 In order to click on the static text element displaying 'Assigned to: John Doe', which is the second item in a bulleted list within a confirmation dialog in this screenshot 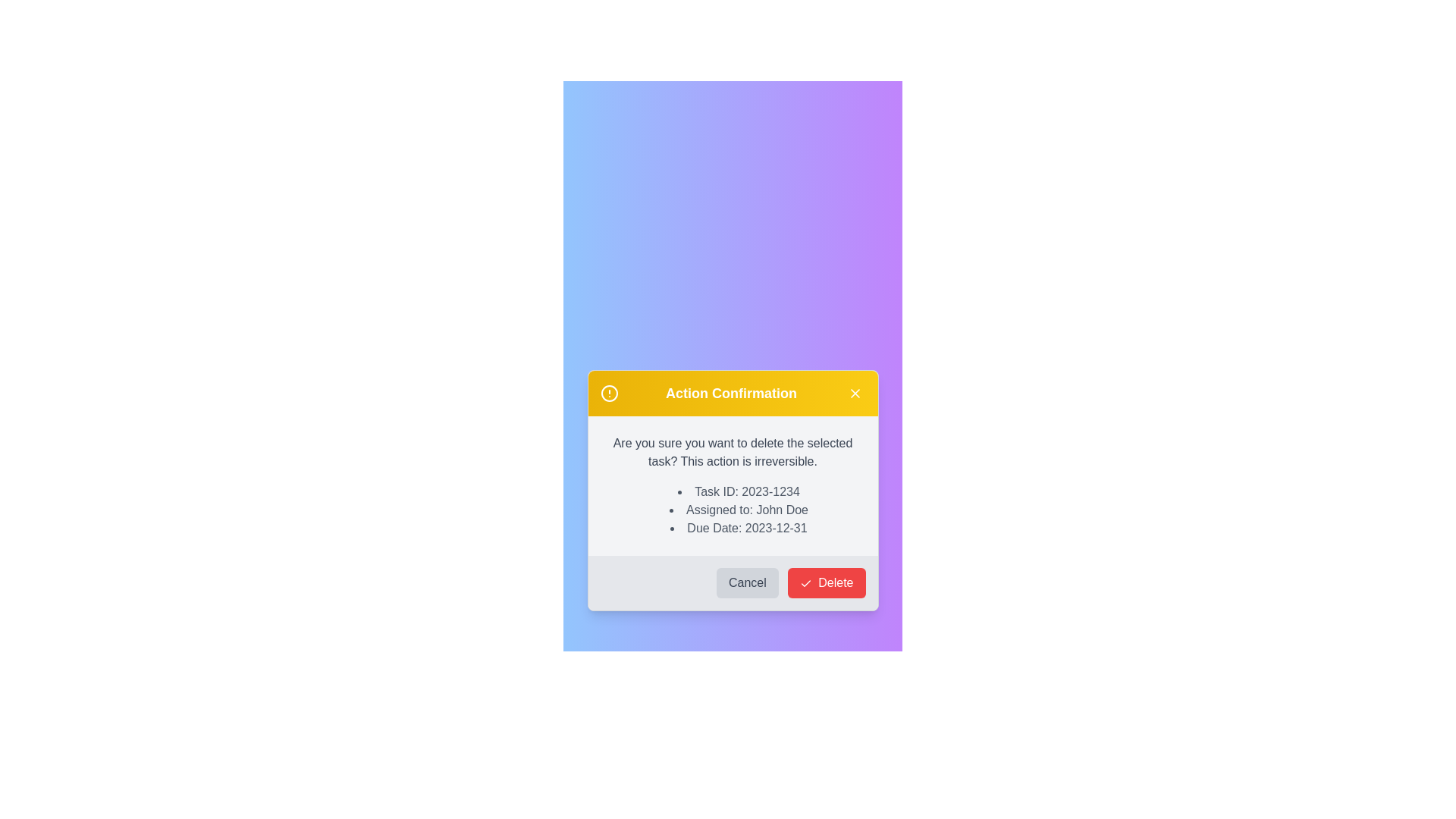, I will do `click(739, 510)`.